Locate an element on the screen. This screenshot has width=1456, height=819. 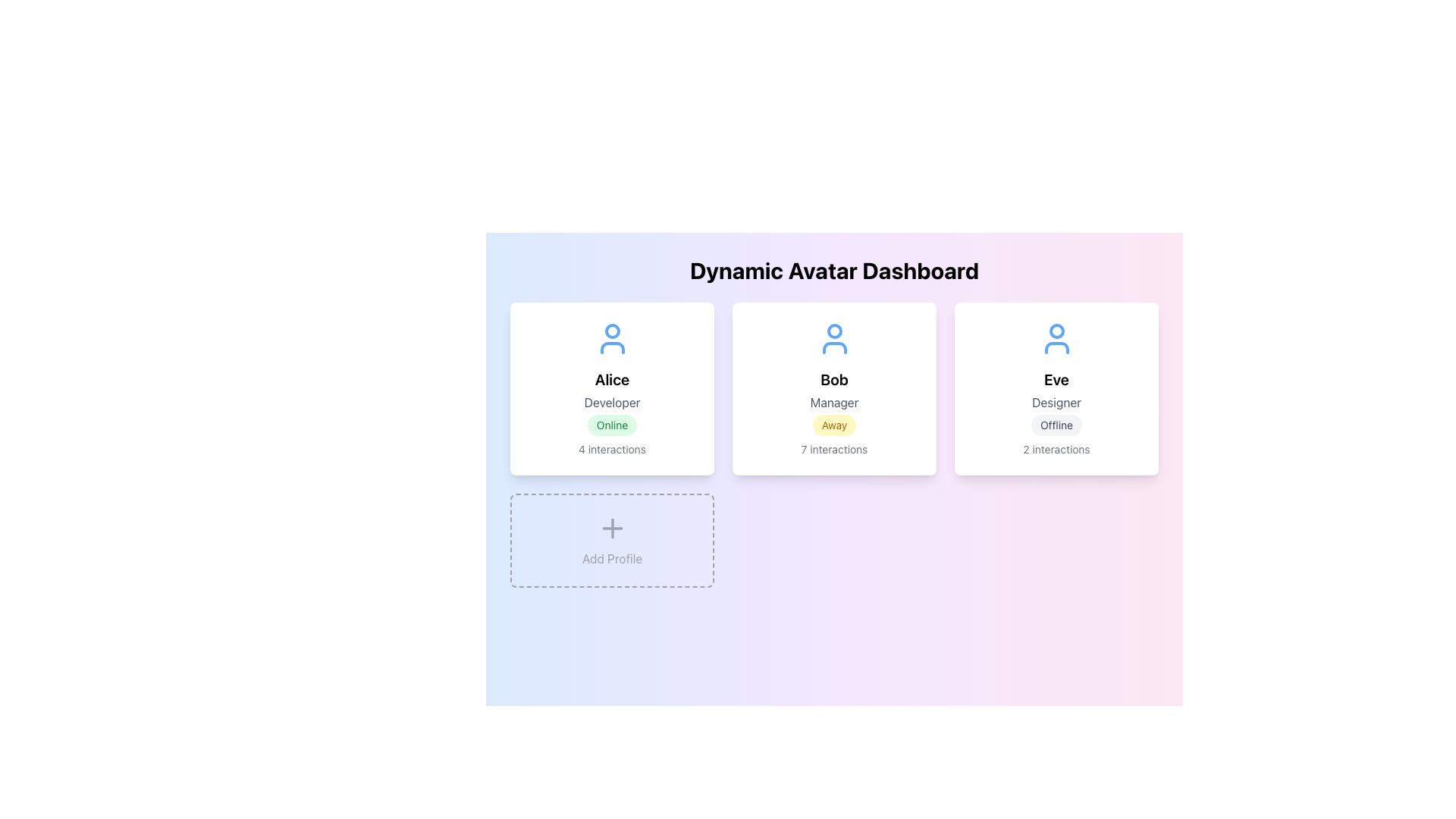
the text element that reads 'Developer', which is styled in gray and located below 'Alice' and above the status label 'Online' within the top left card of the grid layout in the main dashboard view is located at coordinates (612, 402).